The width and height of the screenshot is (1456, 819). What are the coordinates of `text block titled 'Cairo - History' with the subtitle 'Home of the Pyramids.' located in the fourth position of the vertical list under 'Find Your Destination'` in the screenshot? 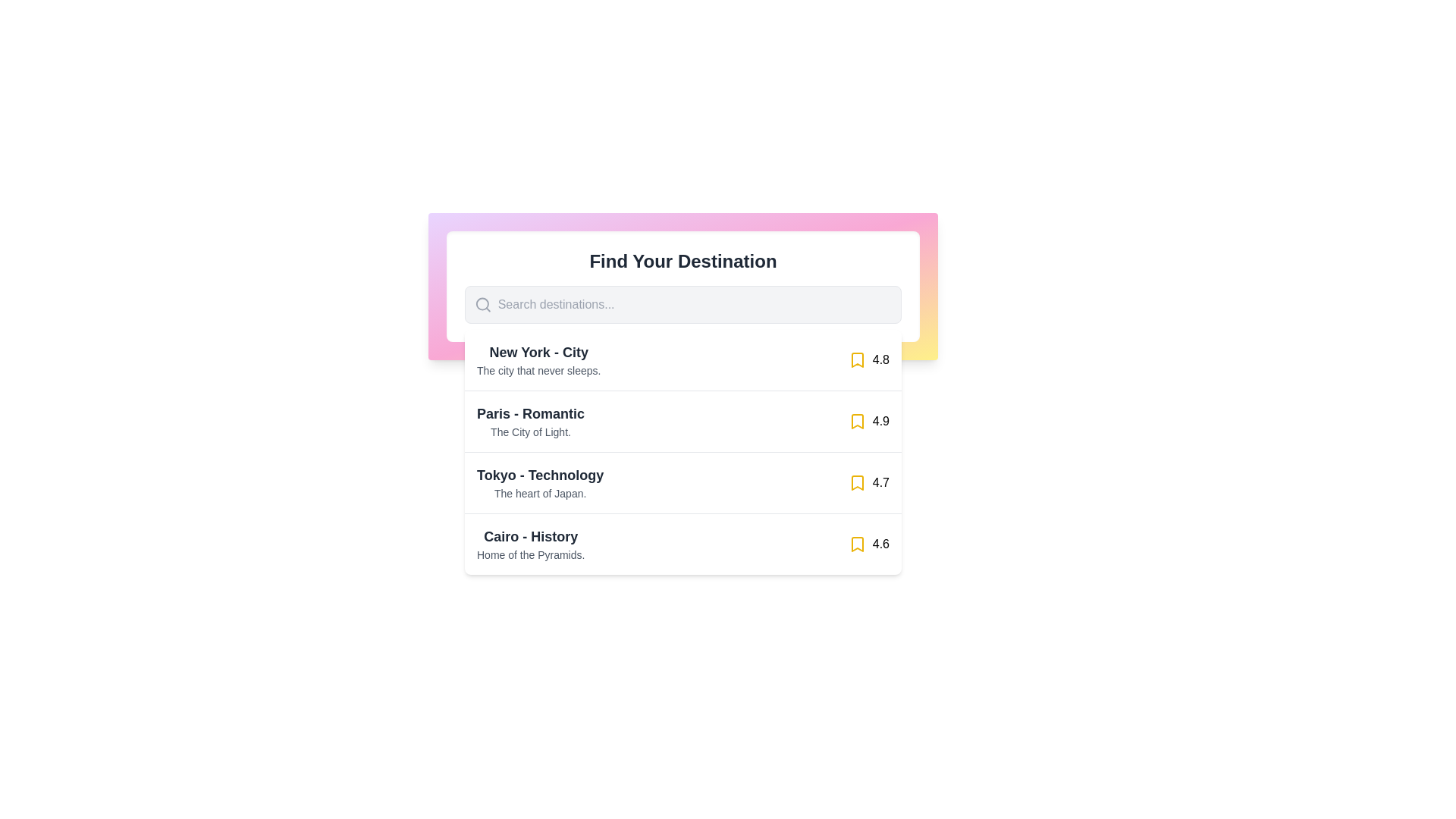 It's located at (531, 543).